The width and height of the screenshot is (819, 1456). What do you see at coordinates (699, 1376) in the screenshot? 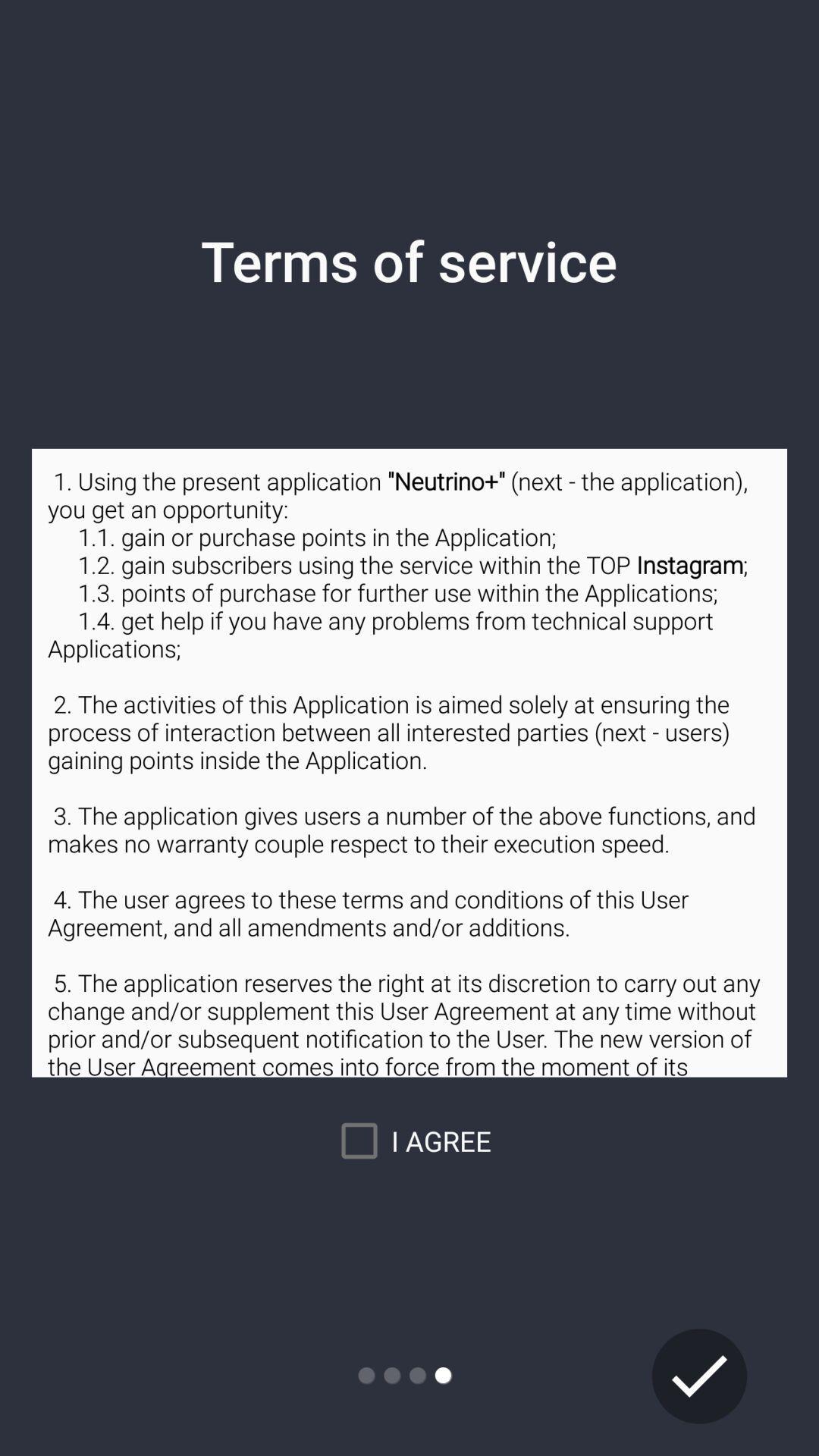
I see `submit the page` at bounding box center [699, 1376].